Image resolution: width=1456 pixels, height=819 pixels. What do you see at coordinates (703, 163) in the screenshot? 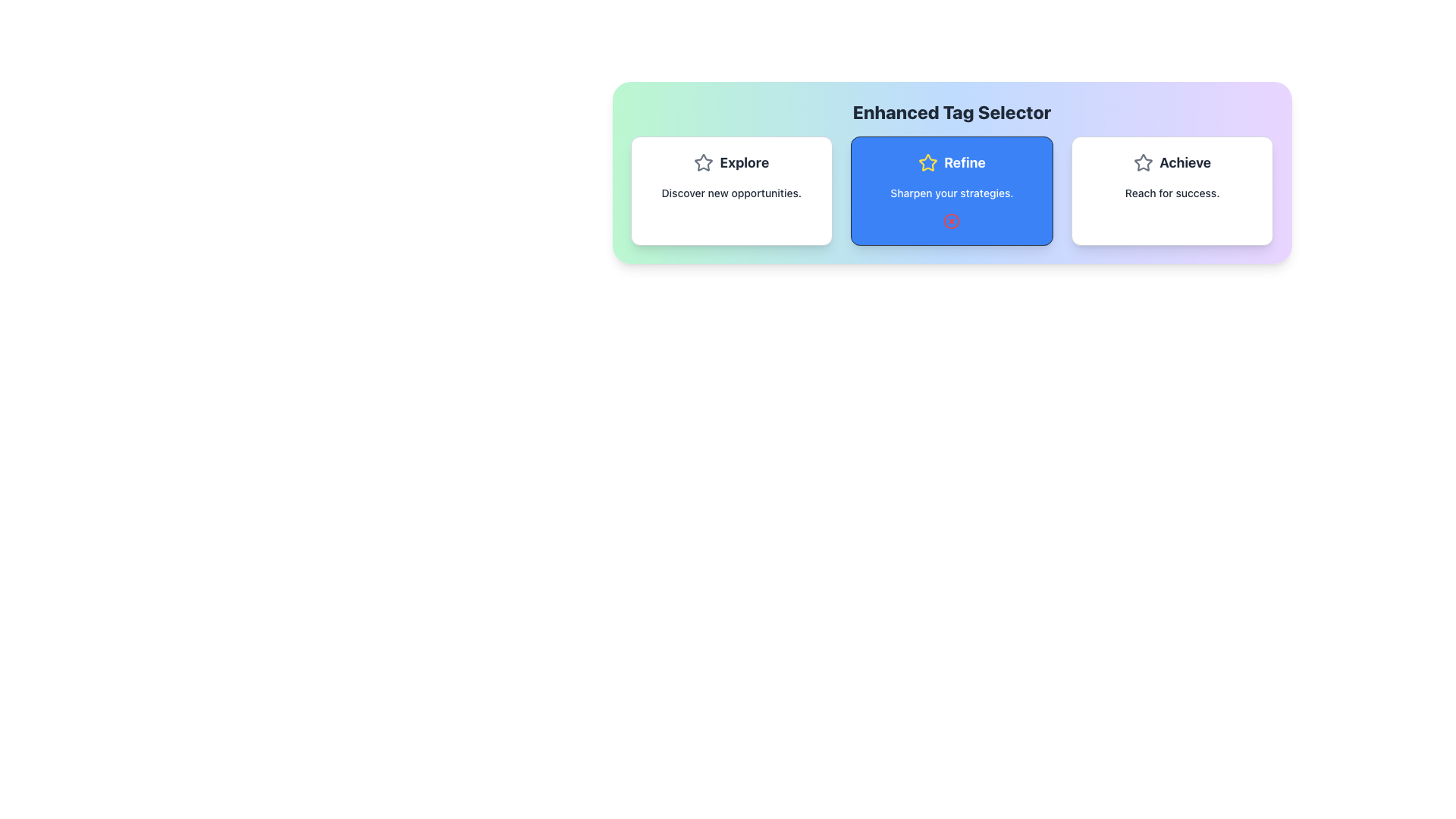
I see `the star-shaped icon with a gray border and hollow center located before the label 'Explore' for decorative purposes` at bounding box center [703, 163].